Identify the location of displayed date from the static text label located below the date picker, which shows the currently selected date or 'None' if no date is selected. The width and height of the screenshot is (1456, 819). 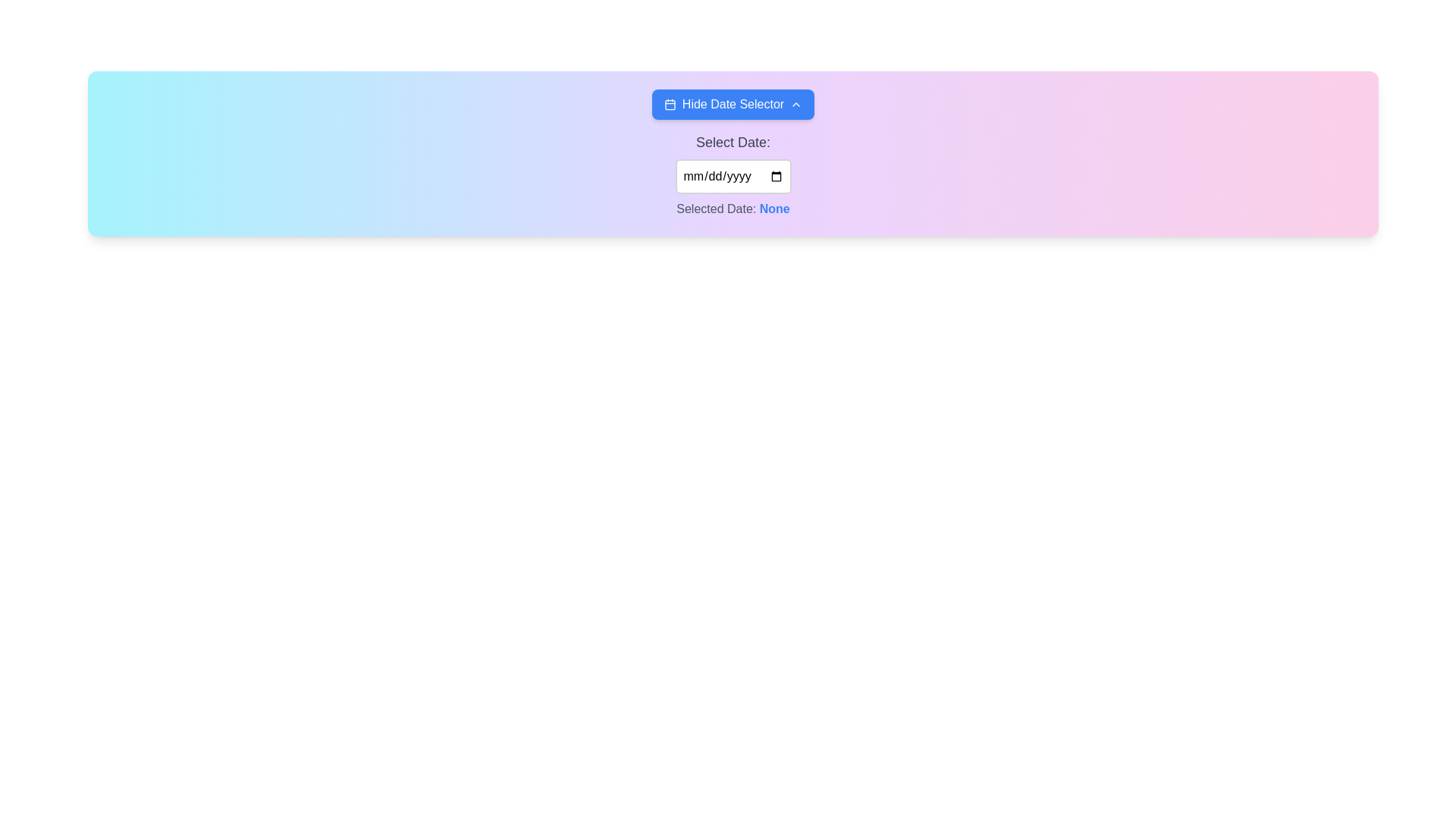
(733, 209).